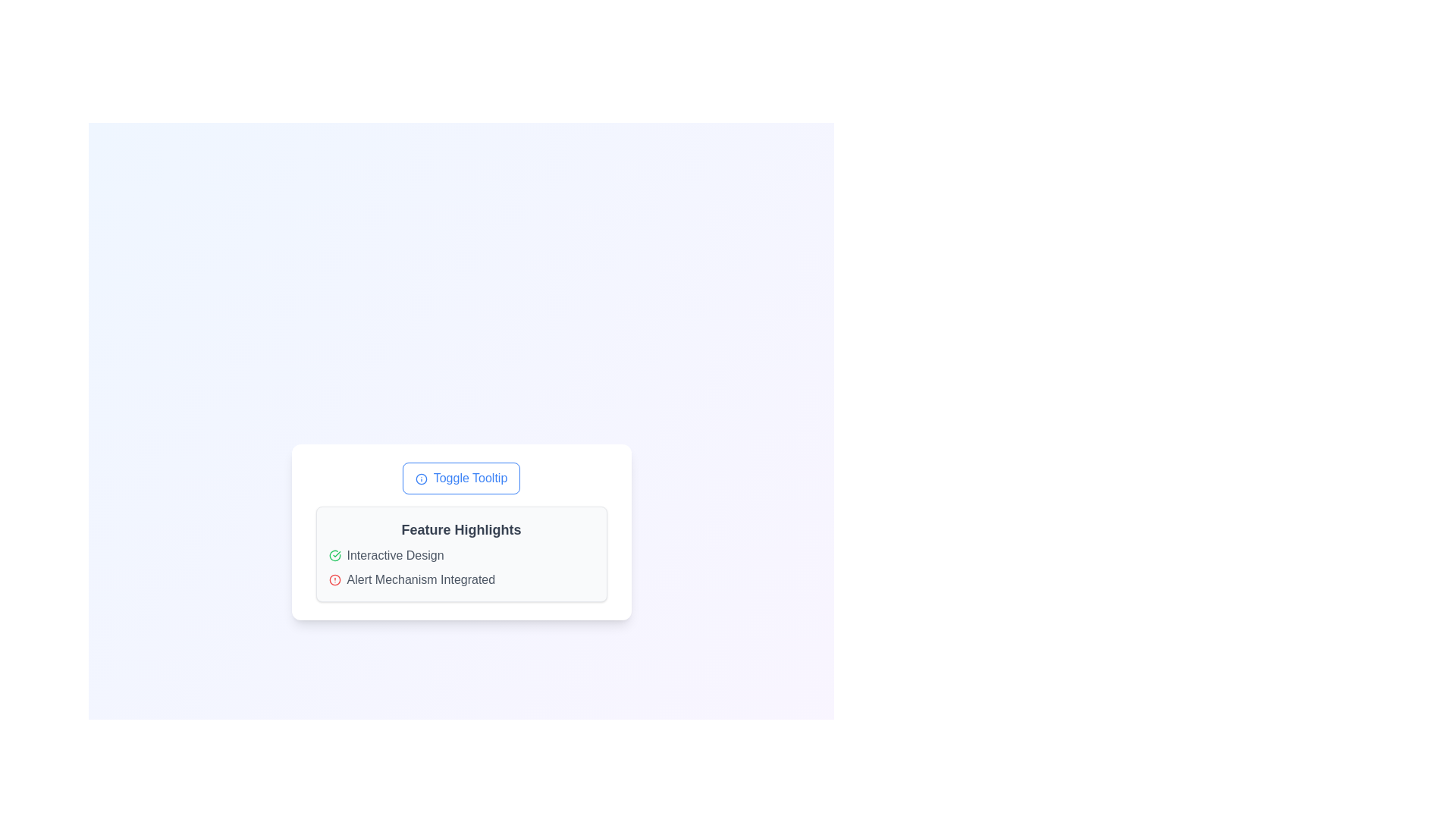  I want to click on the circular graphical element within the alert icon, which visually denotes an alert state next to the text 'Alert Mechanism Integrated', so click(334, 579).